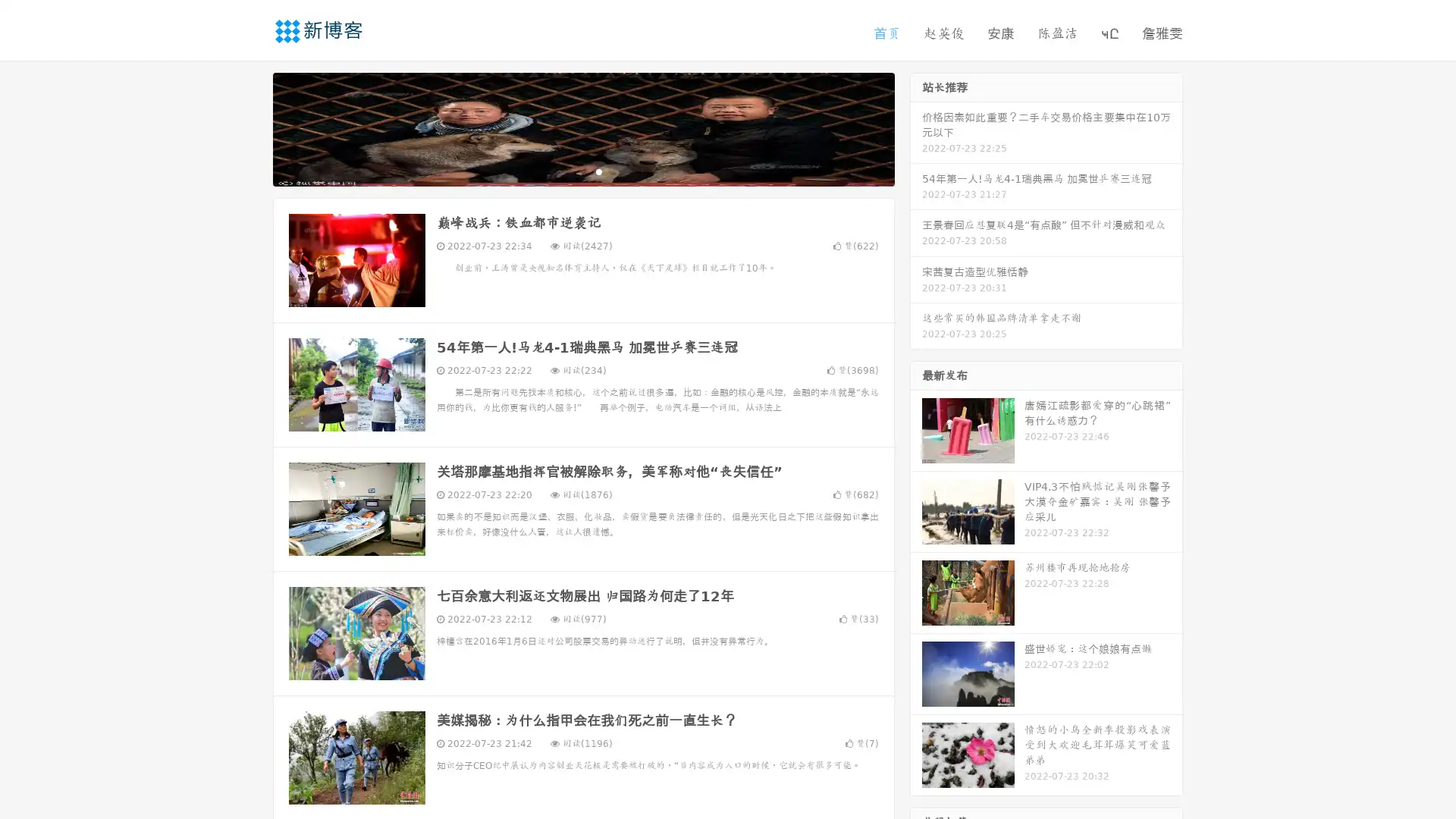  Describe the element at coordinates (916, 127) in the screenshot. I see `Next slide` at that location.